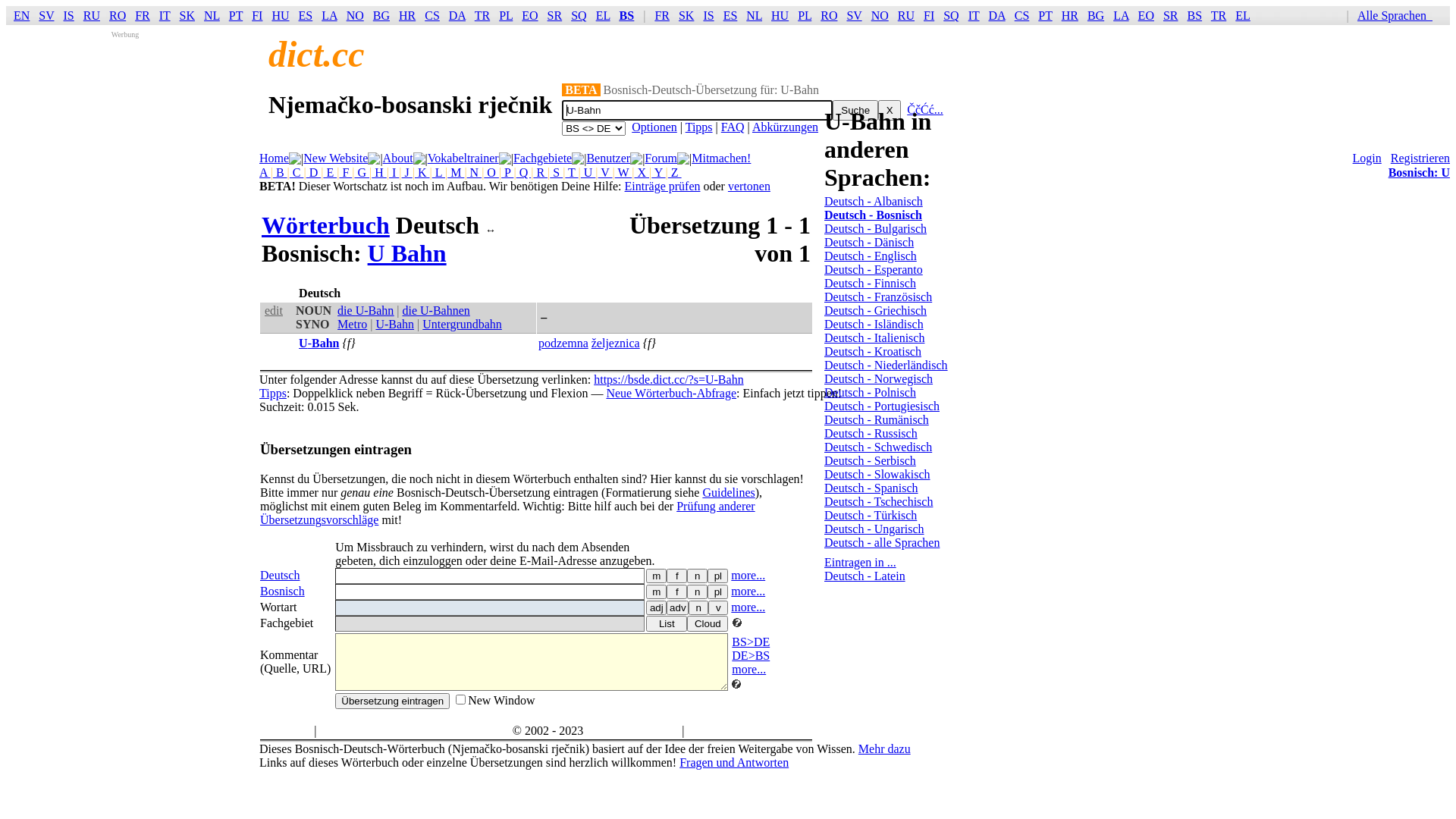 Image resolution: width=1456 pixels, height=819 pixels. What do you see at coordinates (407, 253) in the screenshot?
I see `'U Bahn'` at bounding box center [407, 253].